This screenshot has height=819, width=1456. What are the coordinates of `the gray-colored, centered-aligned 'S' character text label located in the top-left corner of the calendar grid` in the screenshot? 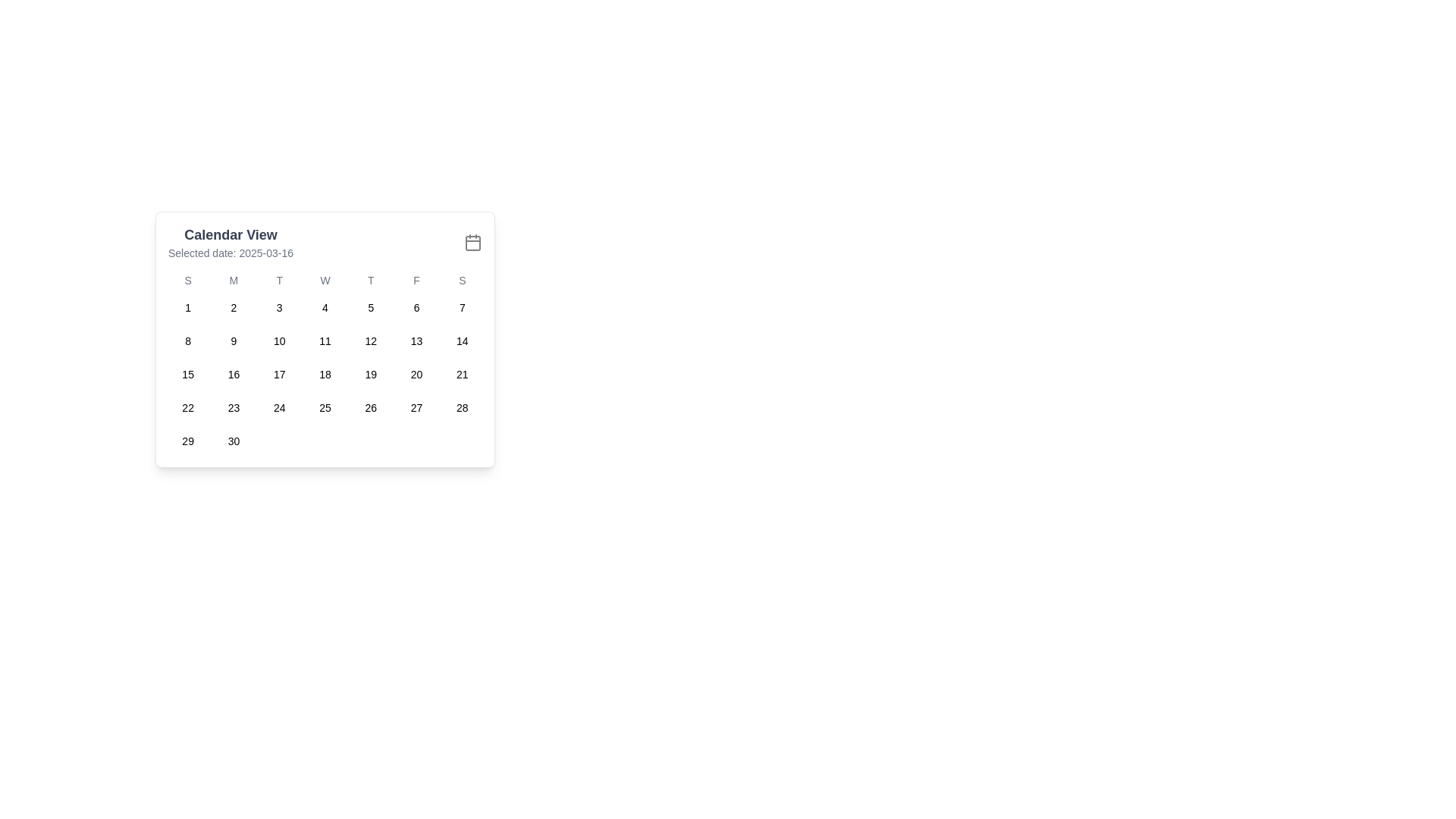 It's located at (187, 281).